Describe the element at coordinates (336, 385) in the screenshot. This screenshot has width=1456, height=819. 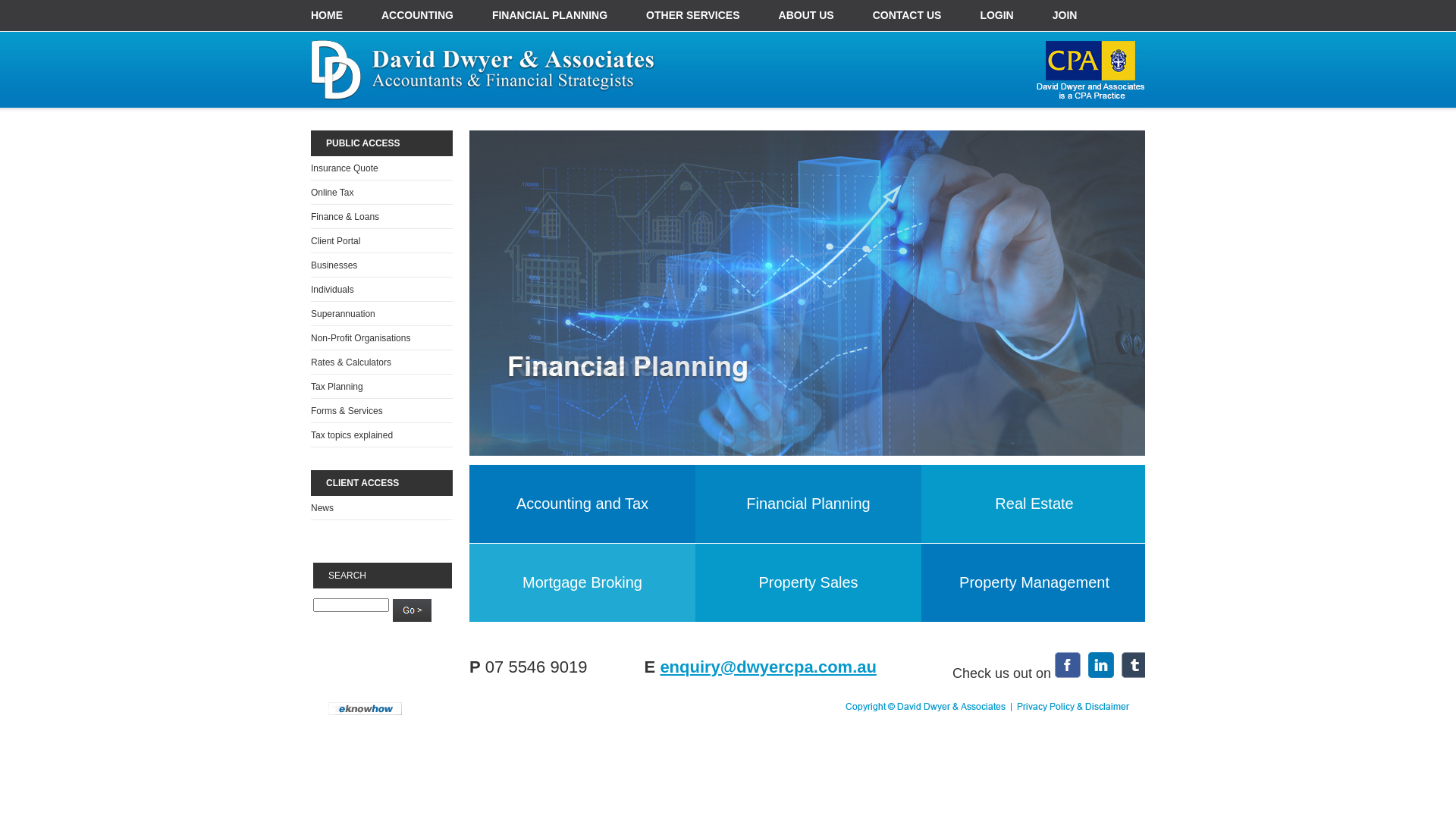
I see `'Tax Planning'` at that location.